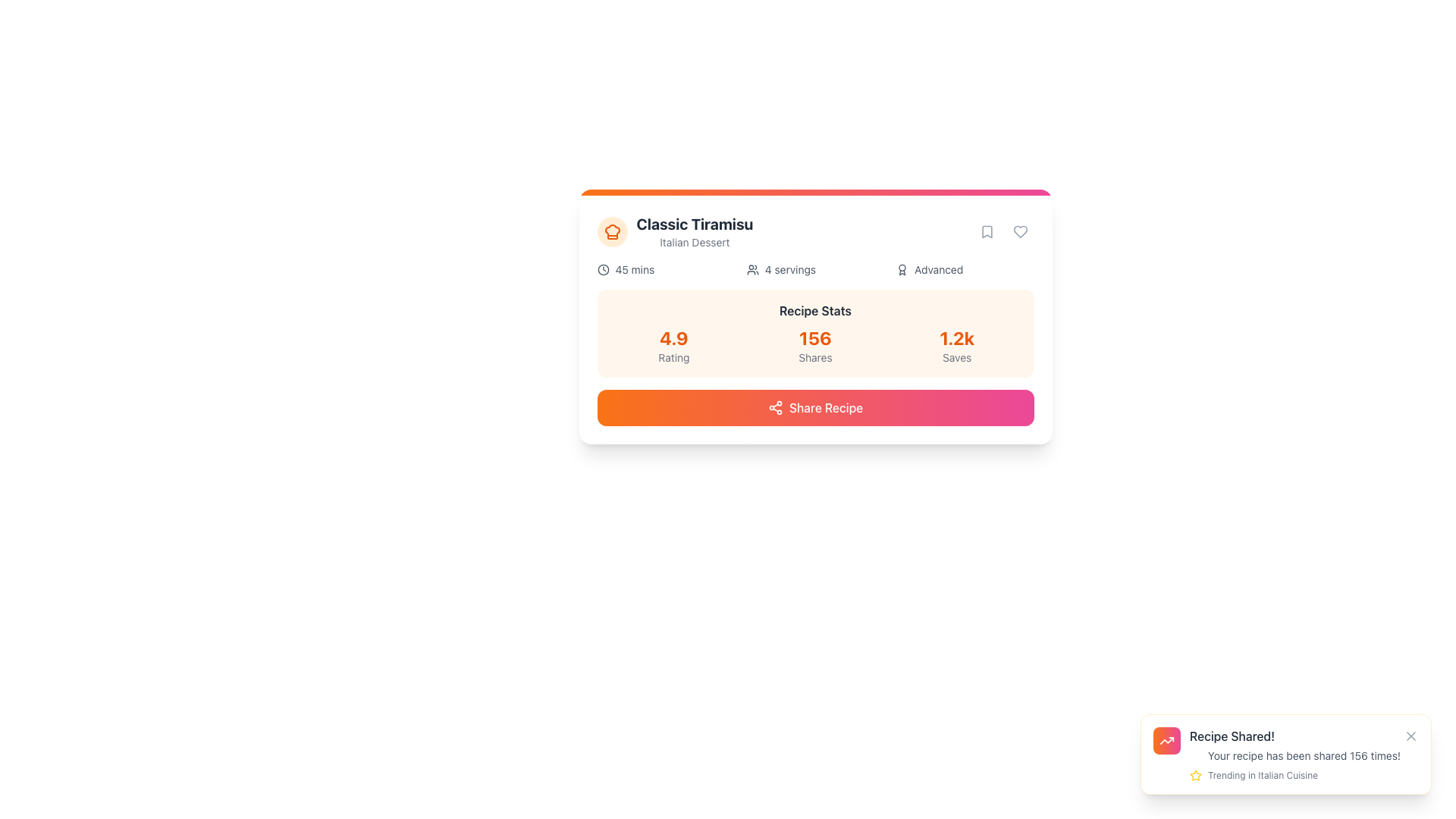 The width and height of the screenshot is (1456, 819). Describe the element at coordinates (956, 337) in the screenshot. I see `the numeric value '1.2k' displayed in bold orange text within the 'Recipe Stats' section, located at the bottom right of the recipe card` at that location.